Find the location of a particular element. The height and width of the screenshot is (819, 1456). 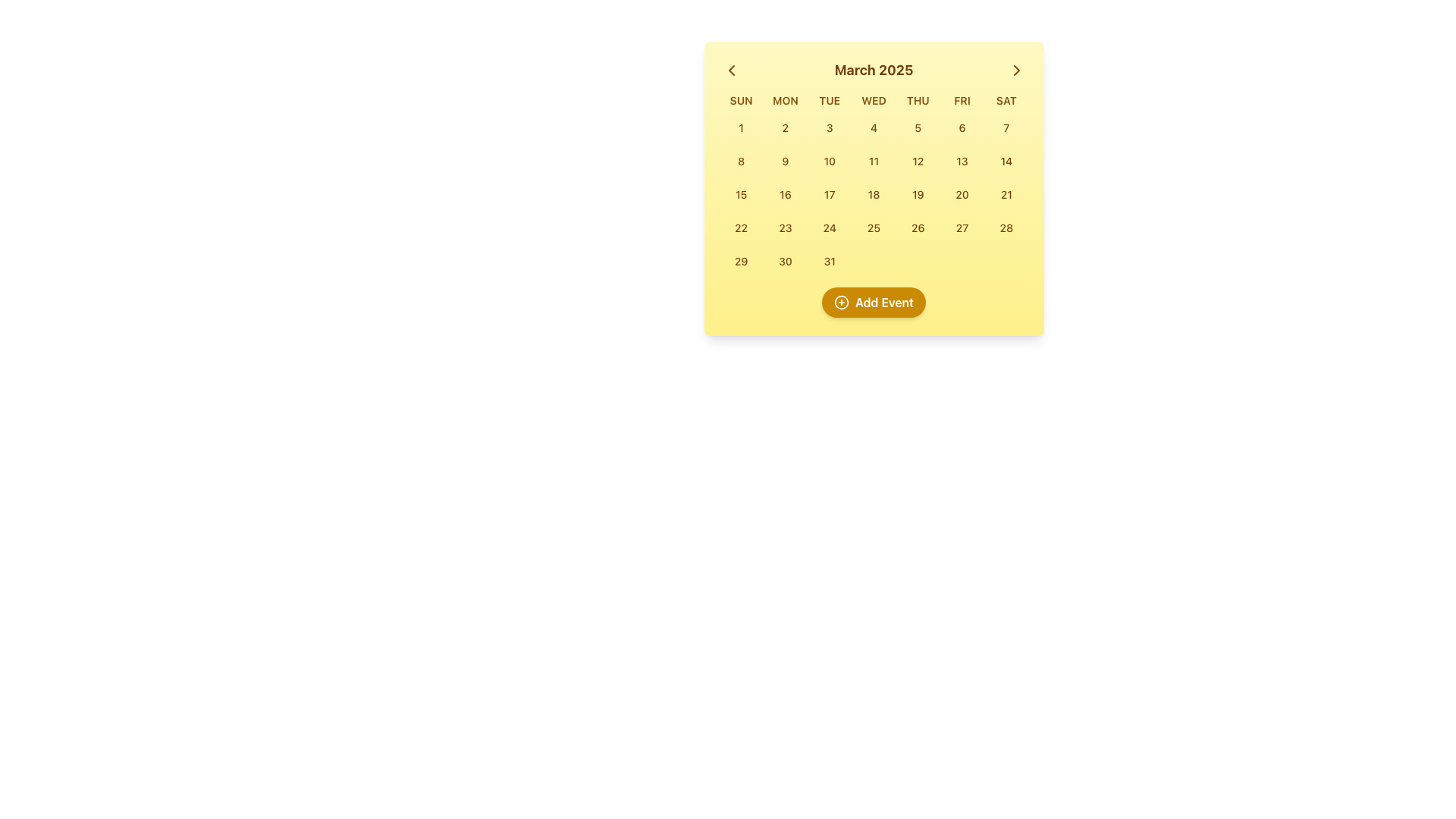

the 'Add Event' button, which is a yellow rounded rectangle featuring a plus icon and white text, located at the bottom center of the calendar interface is located at coordinates (874, 302).